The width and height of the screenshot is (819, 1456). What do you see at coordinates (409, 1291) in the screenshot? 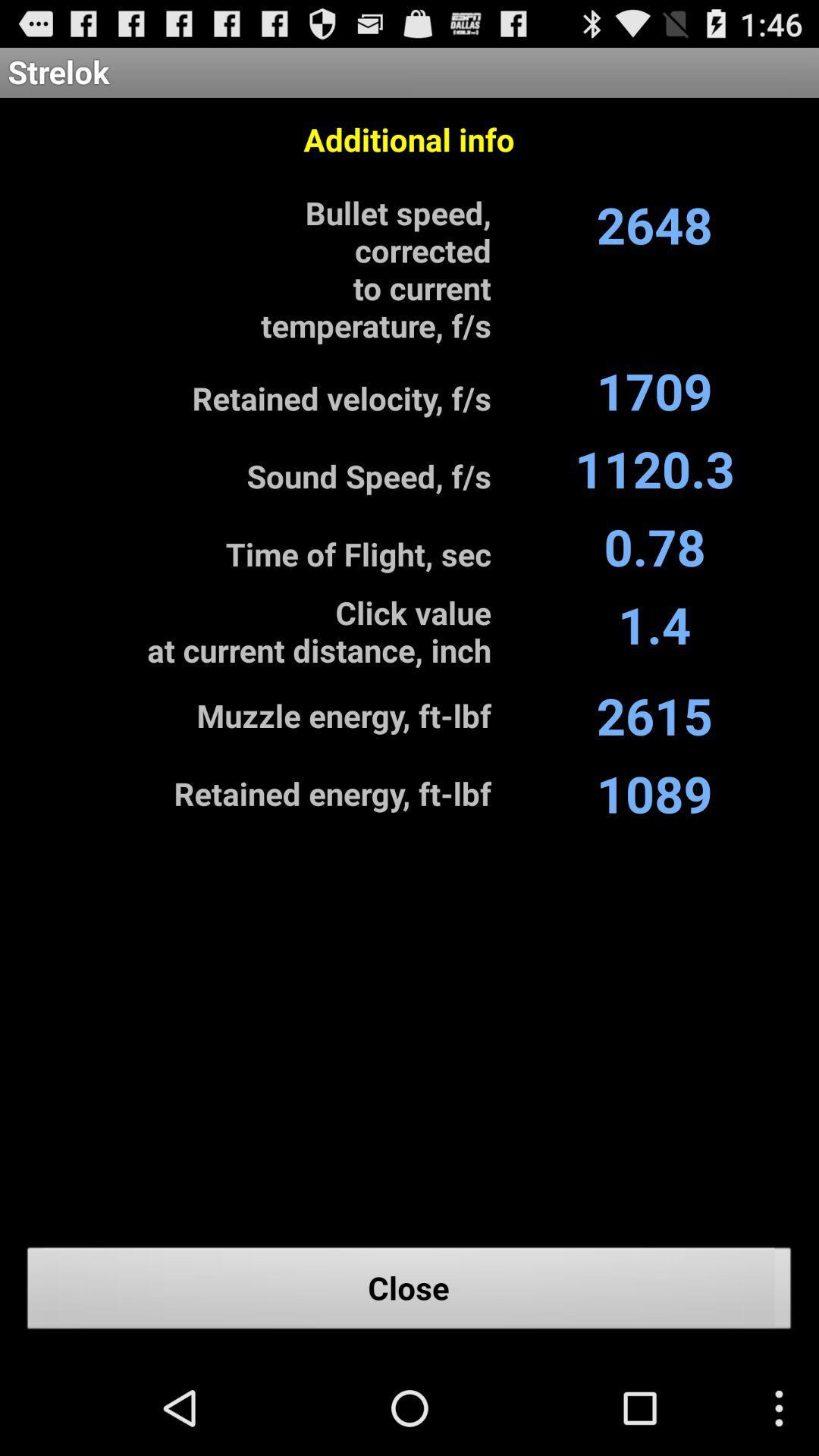
I see `the item below the 1089 item` at bounding box center [409, 1291].